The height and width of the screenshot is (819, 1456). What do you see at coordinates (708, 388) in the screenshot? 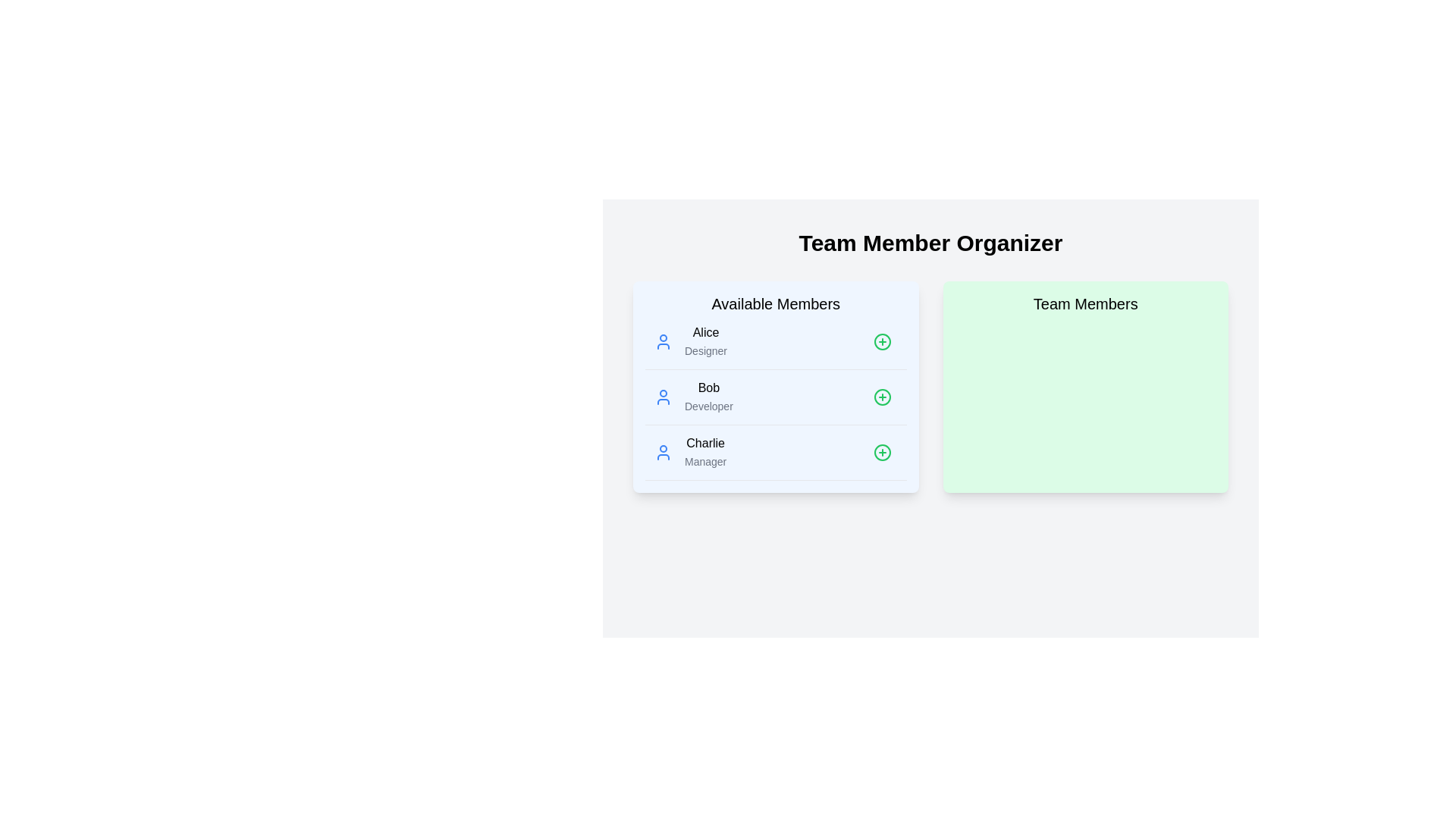
I see `the text label representing the name of a team member in the 'Available Members' section` at bounding box center [708, 388].